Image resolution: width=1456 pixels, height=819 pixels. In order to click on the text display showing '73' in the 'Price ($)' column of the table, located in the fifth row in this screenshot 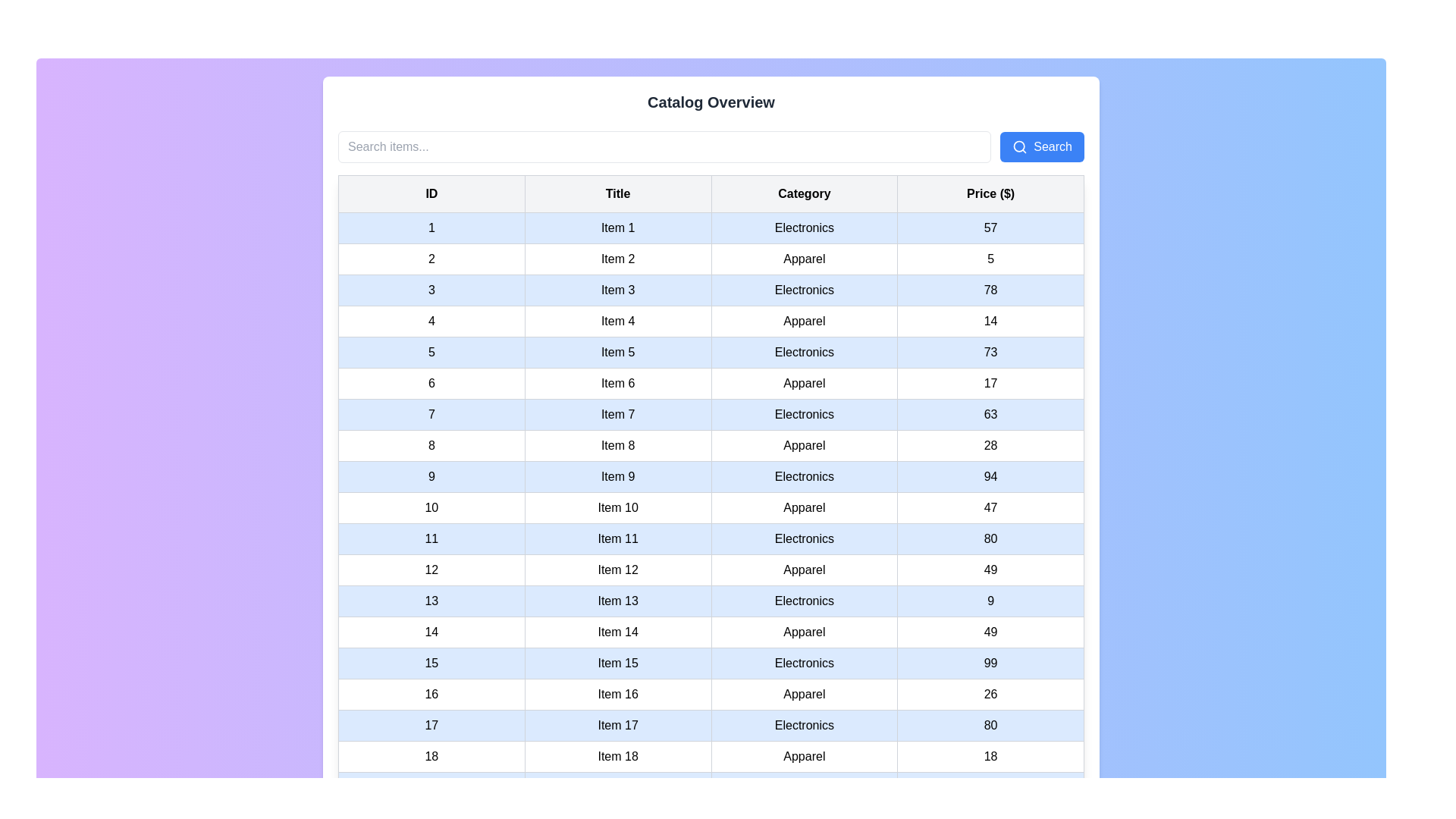, I will do `click(990, 353)`.